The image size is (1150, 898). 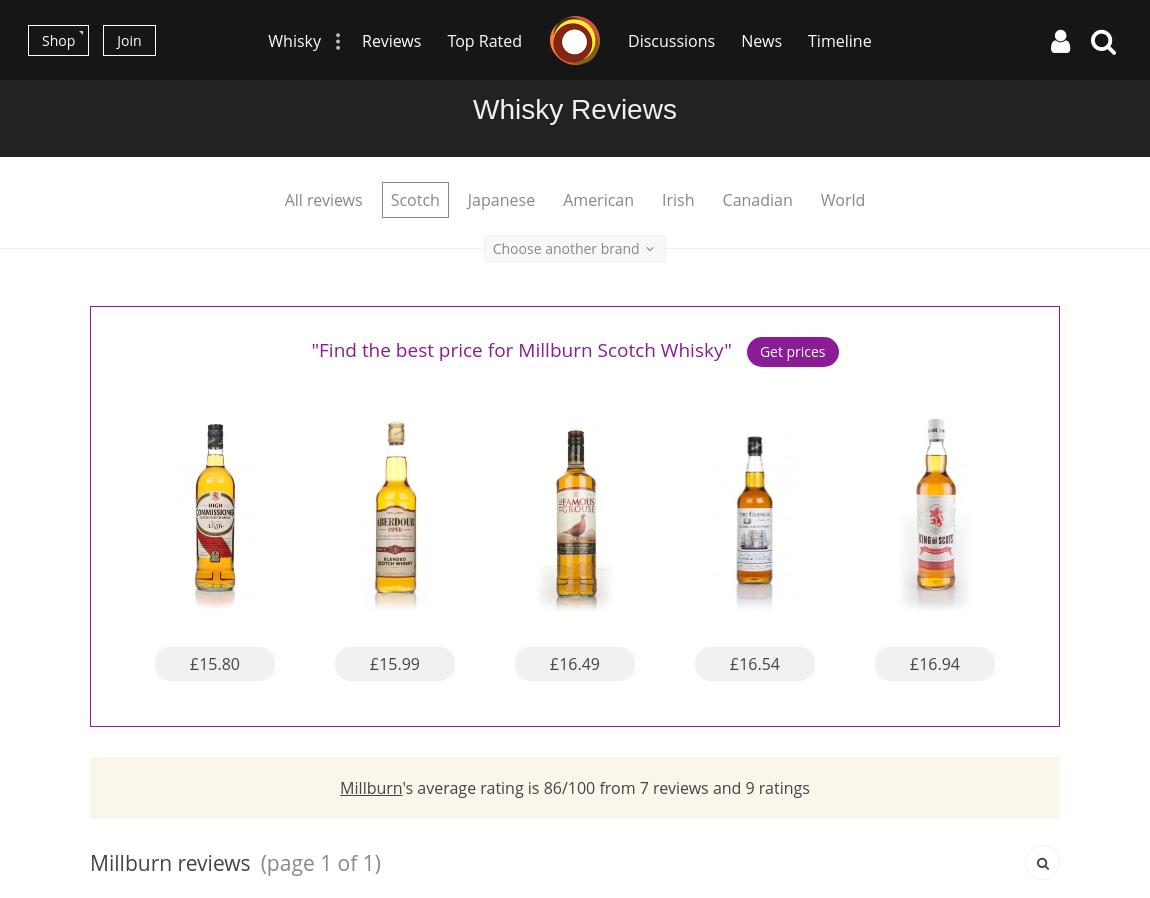 I want to click on ''s average rating is 86/100 from 7 reviews and 9 ratings', so click(x=402, y=787).